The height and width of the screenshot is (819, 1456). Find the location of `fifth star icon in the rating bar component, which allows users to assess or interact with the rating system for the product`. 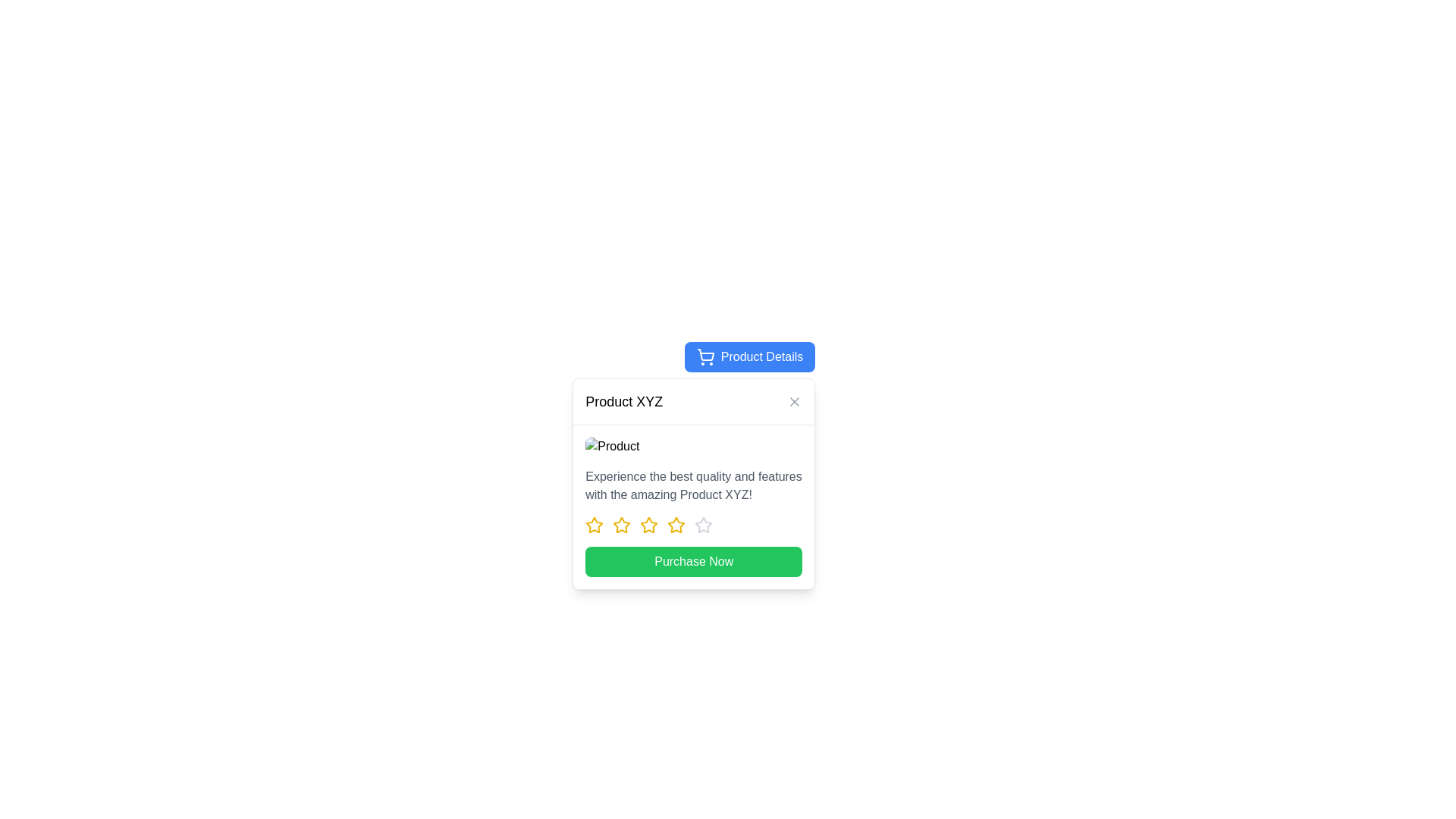

fifth star icon in the rating bar component, which allows users to assess or interact with the rating system for the product is located at coordinates (676, 525).